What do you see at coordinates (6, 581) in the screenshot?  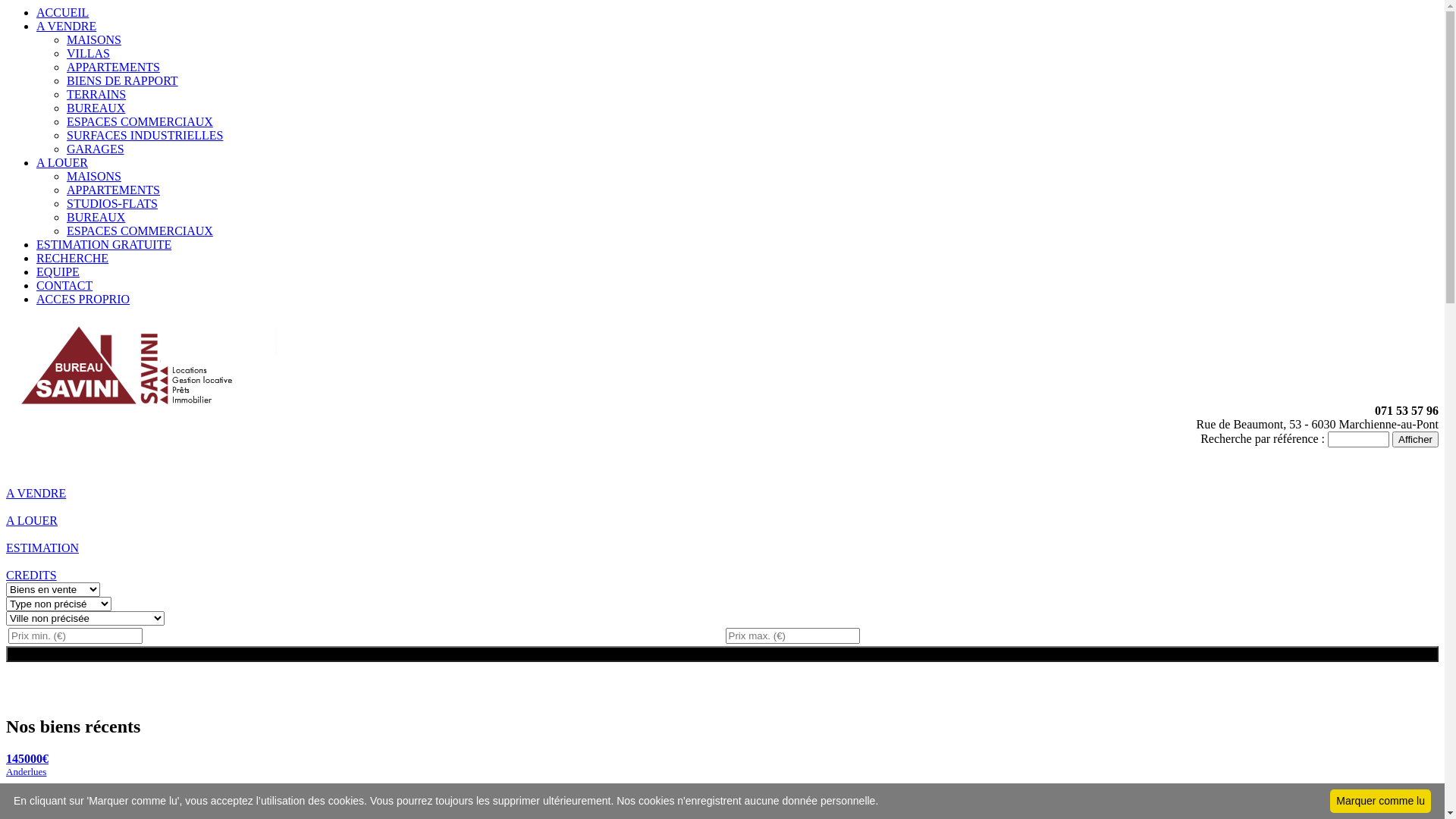 I see `'CREDITS'` at bounding box center [6, 581].